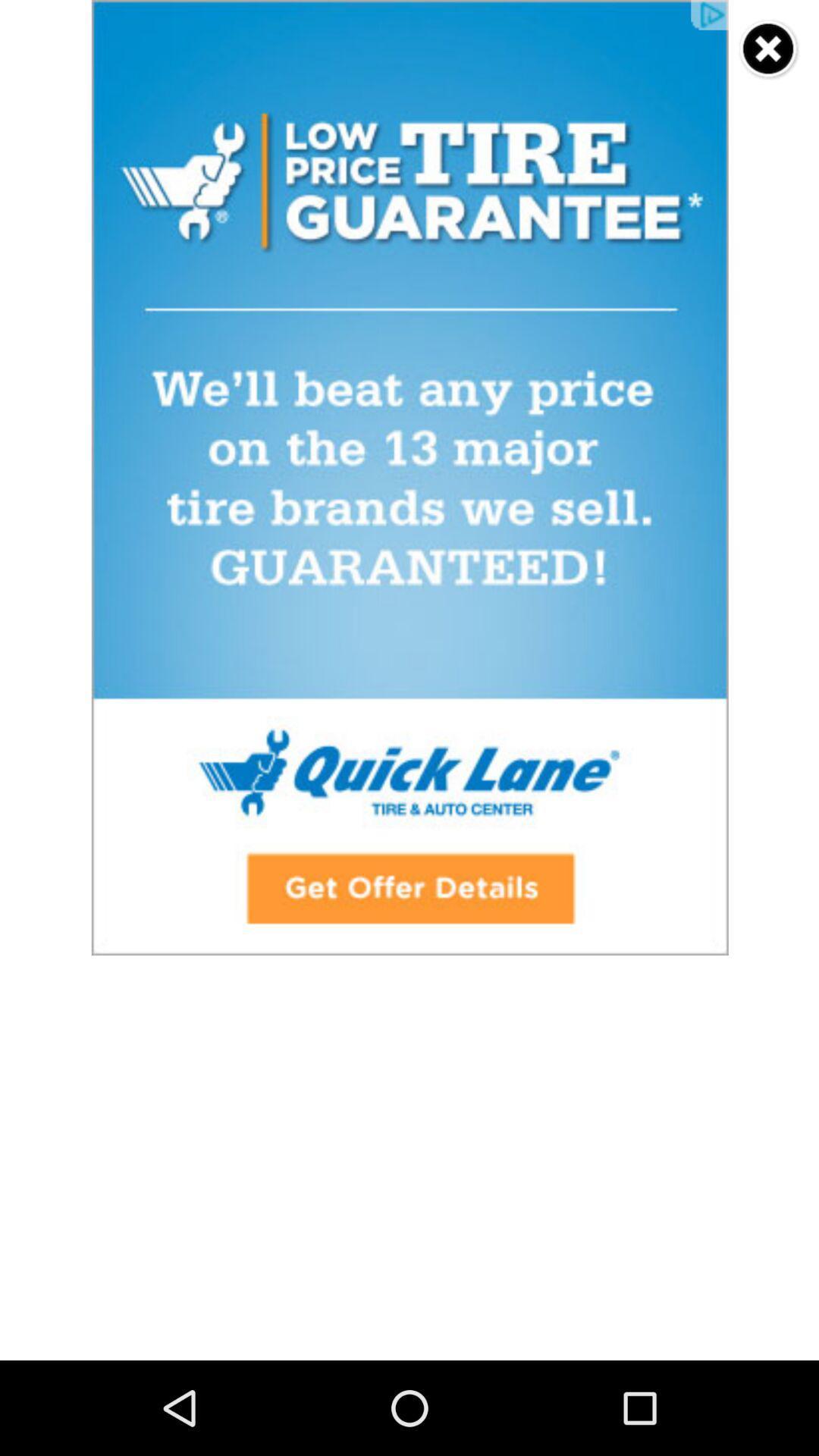 This screenshot has width=819, height=1456. Describe the element at coordinates (769, 49) in the screenshot. I see `advertisement` at that location.